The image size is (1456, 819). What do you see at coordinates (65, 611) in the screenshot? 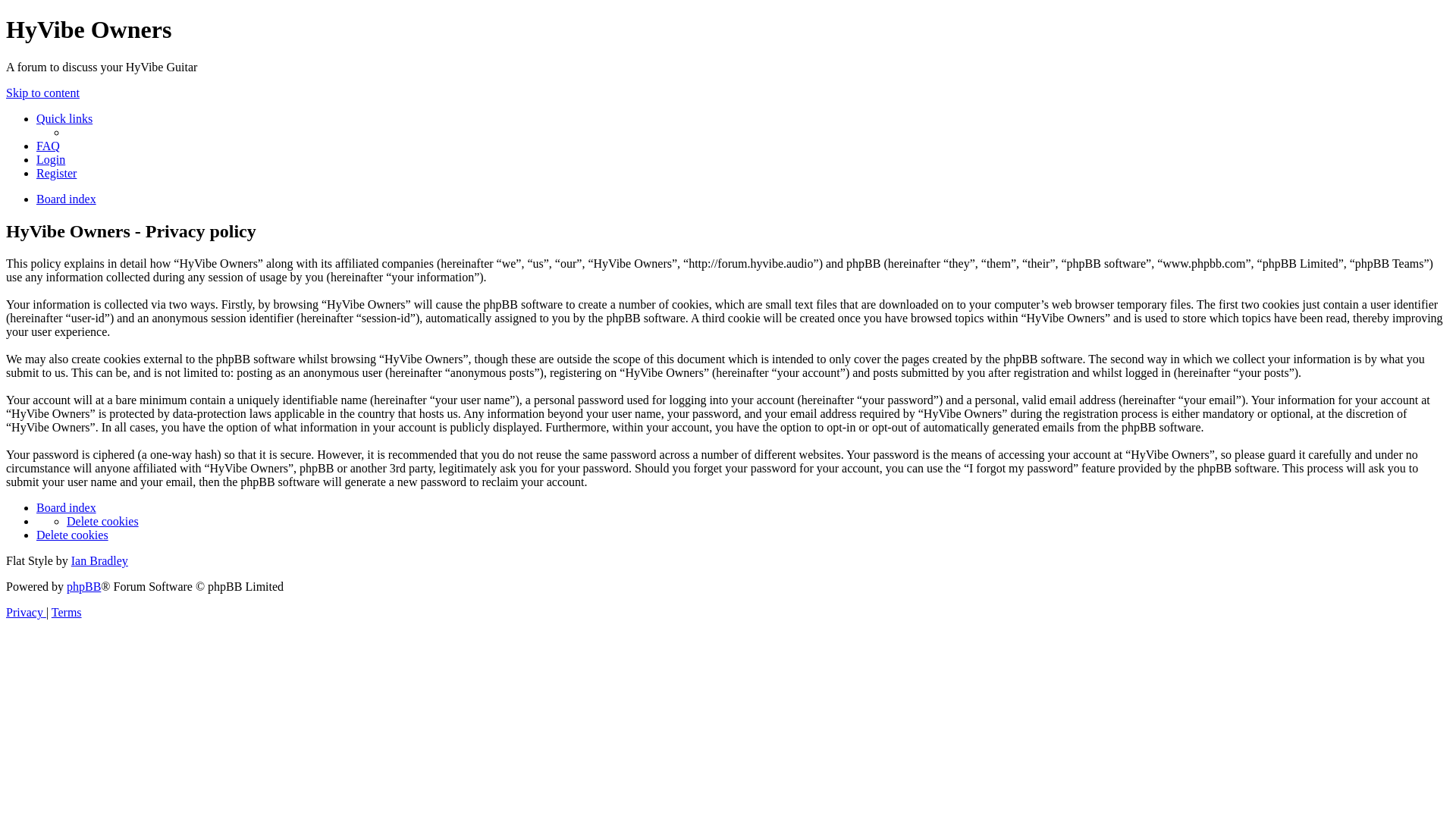
I see `'Terms'` at bounding box center [65, 611].